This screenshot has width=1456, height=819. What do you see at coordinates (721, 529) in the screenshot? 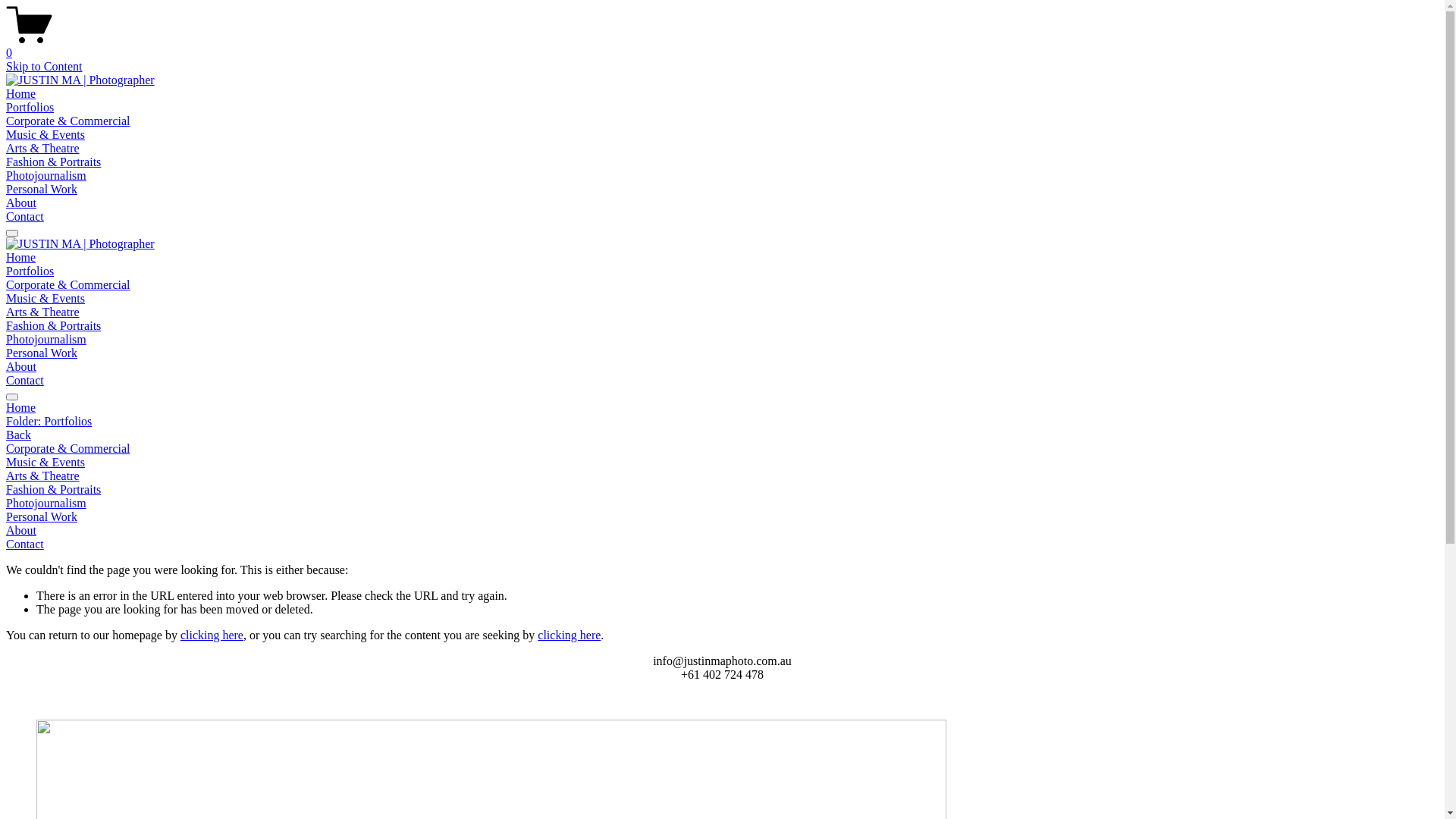
I see `'About'` at bounding box center [721, 529].